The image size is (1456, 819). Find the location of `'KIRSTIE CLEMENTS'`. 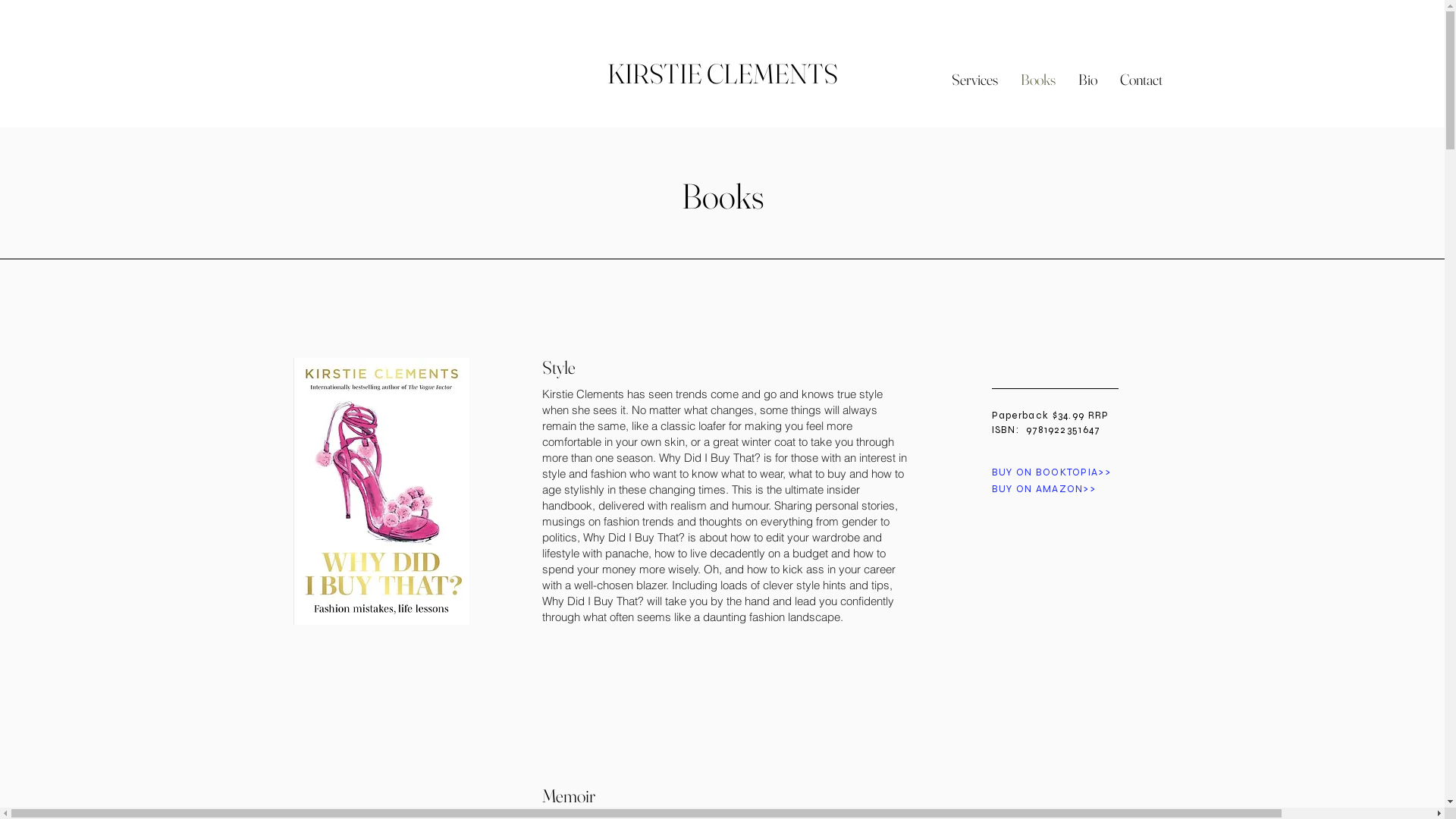

'KIRSTIE CLEMENTS' is located at coordinates (720, 73).